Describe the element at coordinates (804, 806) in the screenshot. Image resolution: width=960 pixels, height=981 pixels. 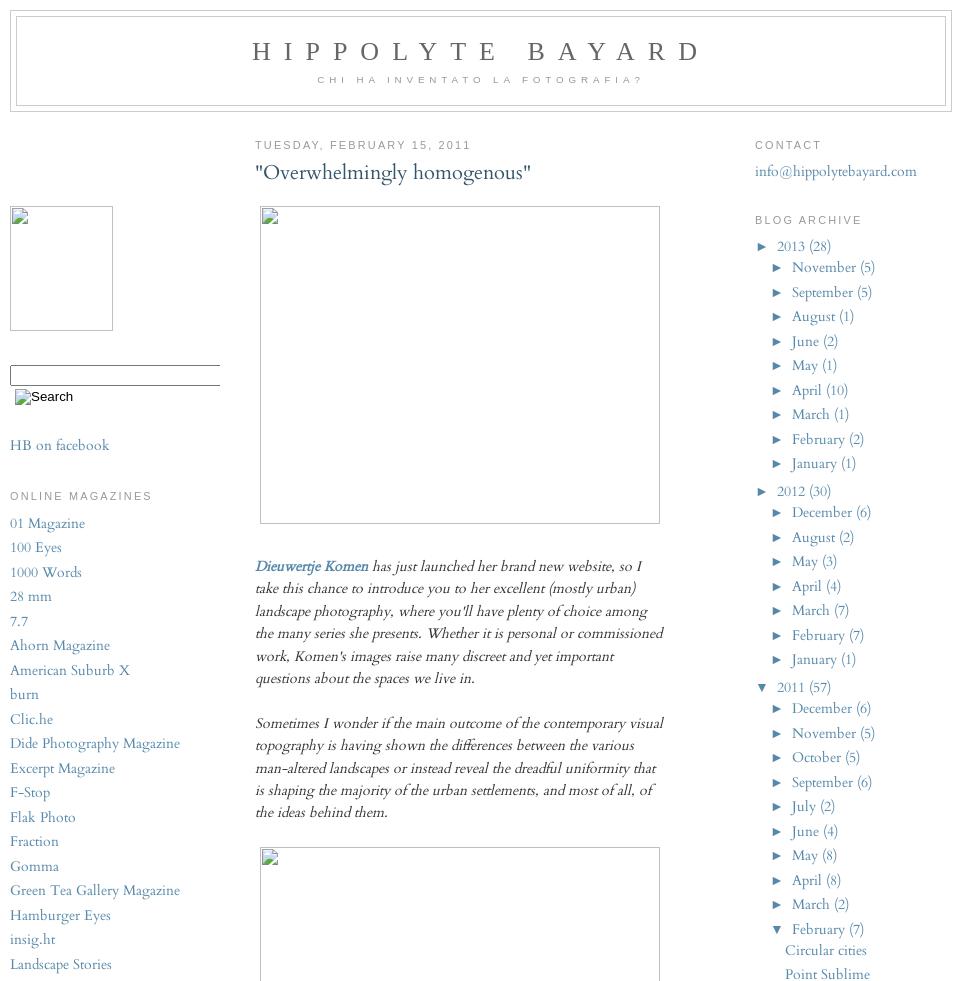
I see `'July'` at that location.